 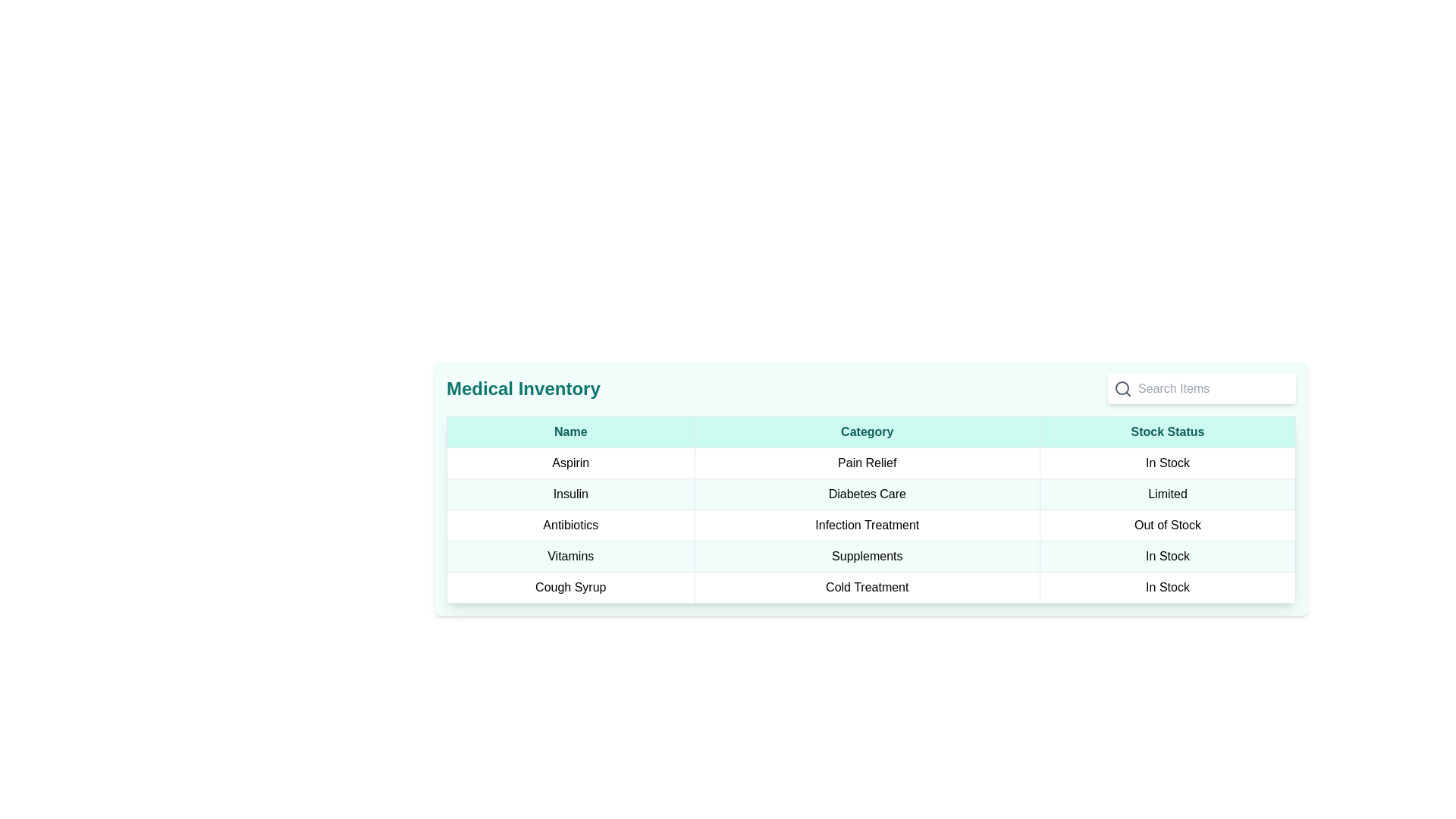 What do you see at coordinates (867, 525) in the screenshot?
I see `the text label displaying 'Infection Treatment' which is centrally located in the 'Category' column of the 'Medical Inventory' table` at bounding box center [867, 525].